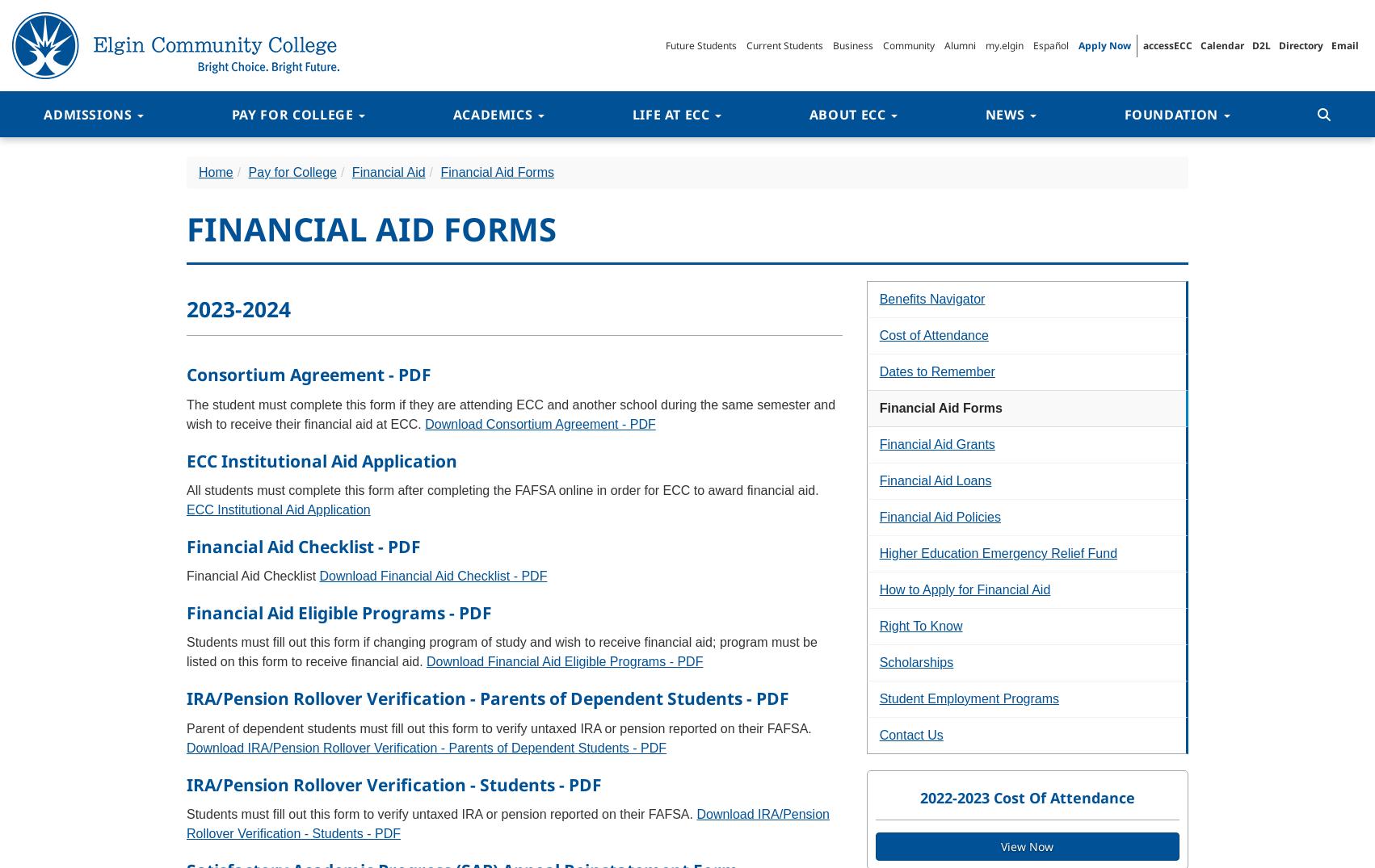  Describe the element at coordinates (502, 489) in the screenshot. I see `'All students must complete this form after completing the FAFSA online in order for ECC to award financial aid.'` at that location.